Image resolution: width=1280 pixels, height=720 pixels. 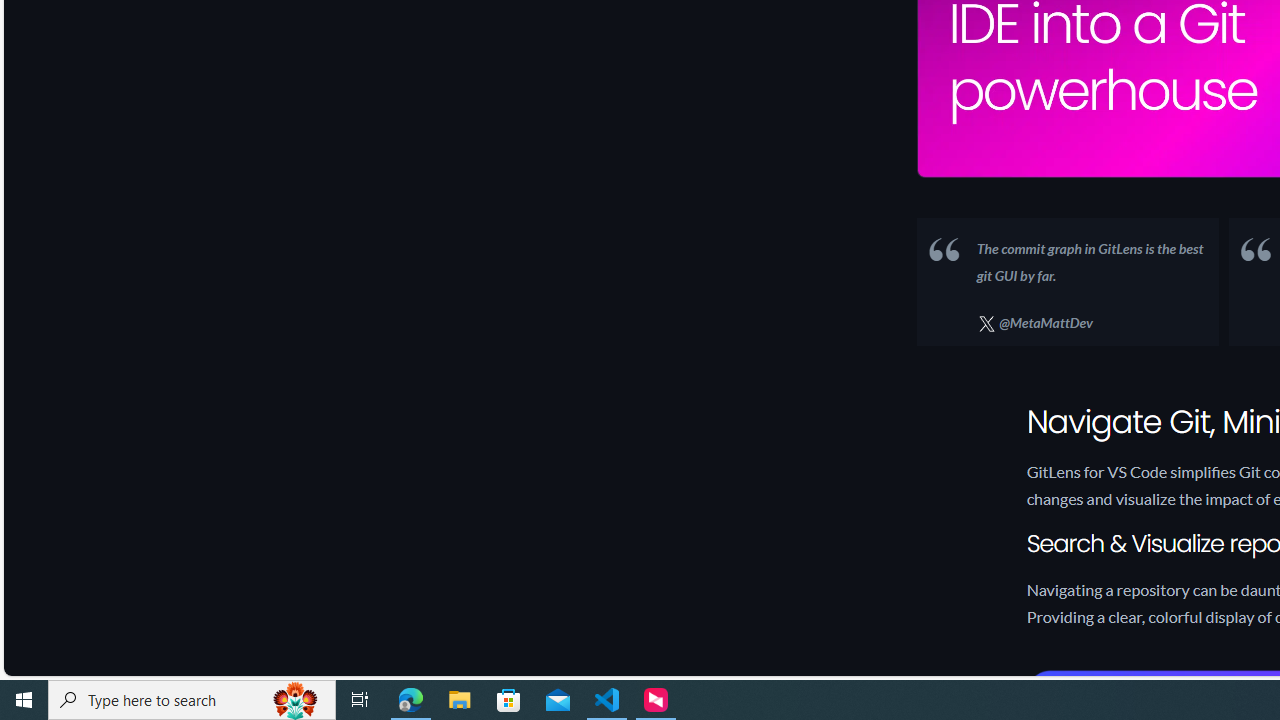 What do you see at coordinates (24, 698) in the screenshot?
I see `'Start'` at bounding box center [24, 698].